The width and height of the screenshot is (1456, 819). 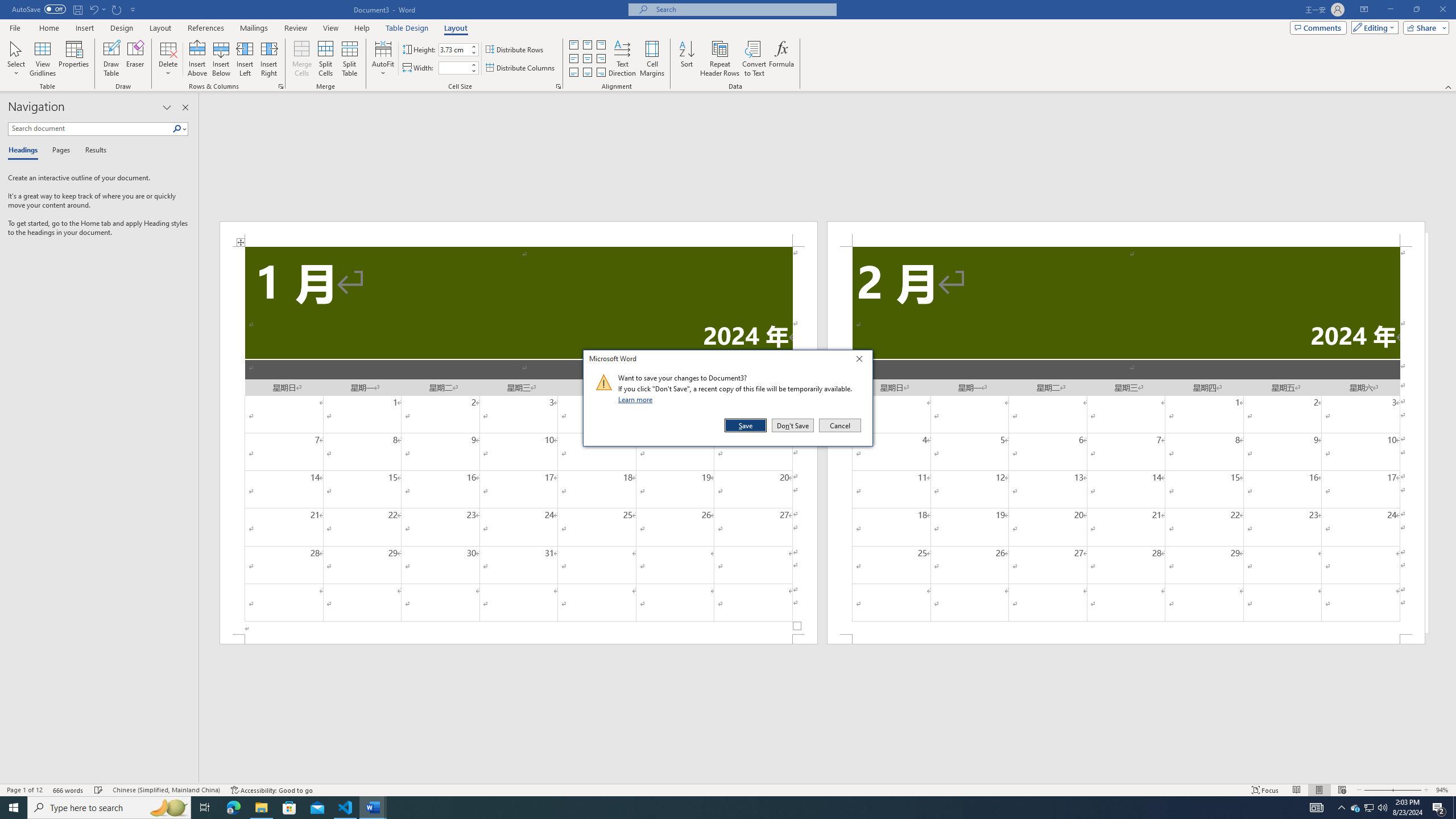 I want to click on 'Undo Increase Indent', so click(x=97, y=9).